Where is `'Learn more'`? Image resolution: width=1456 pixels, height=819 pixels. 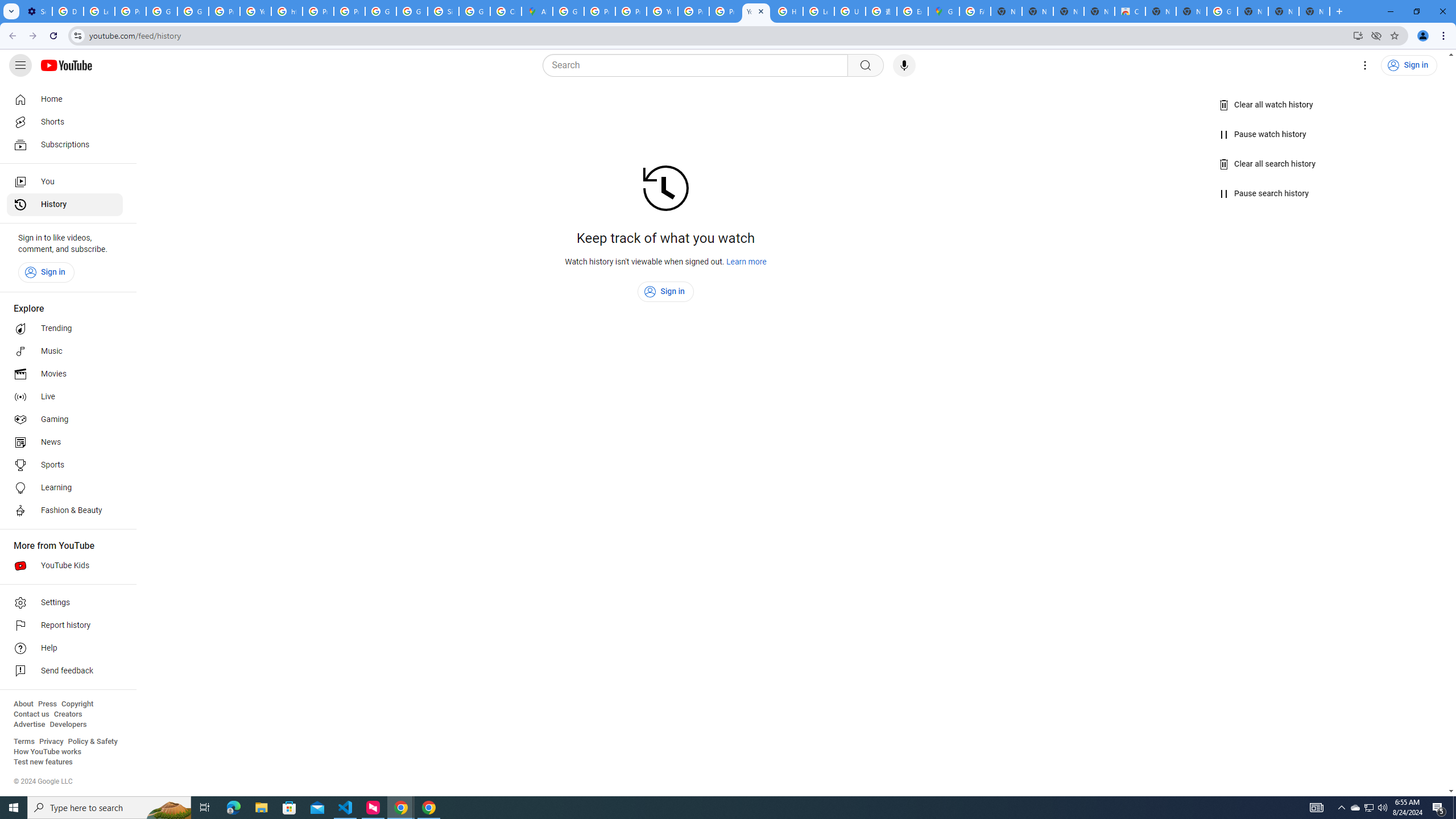 'Learn more' is located at coordinates (746, 261).